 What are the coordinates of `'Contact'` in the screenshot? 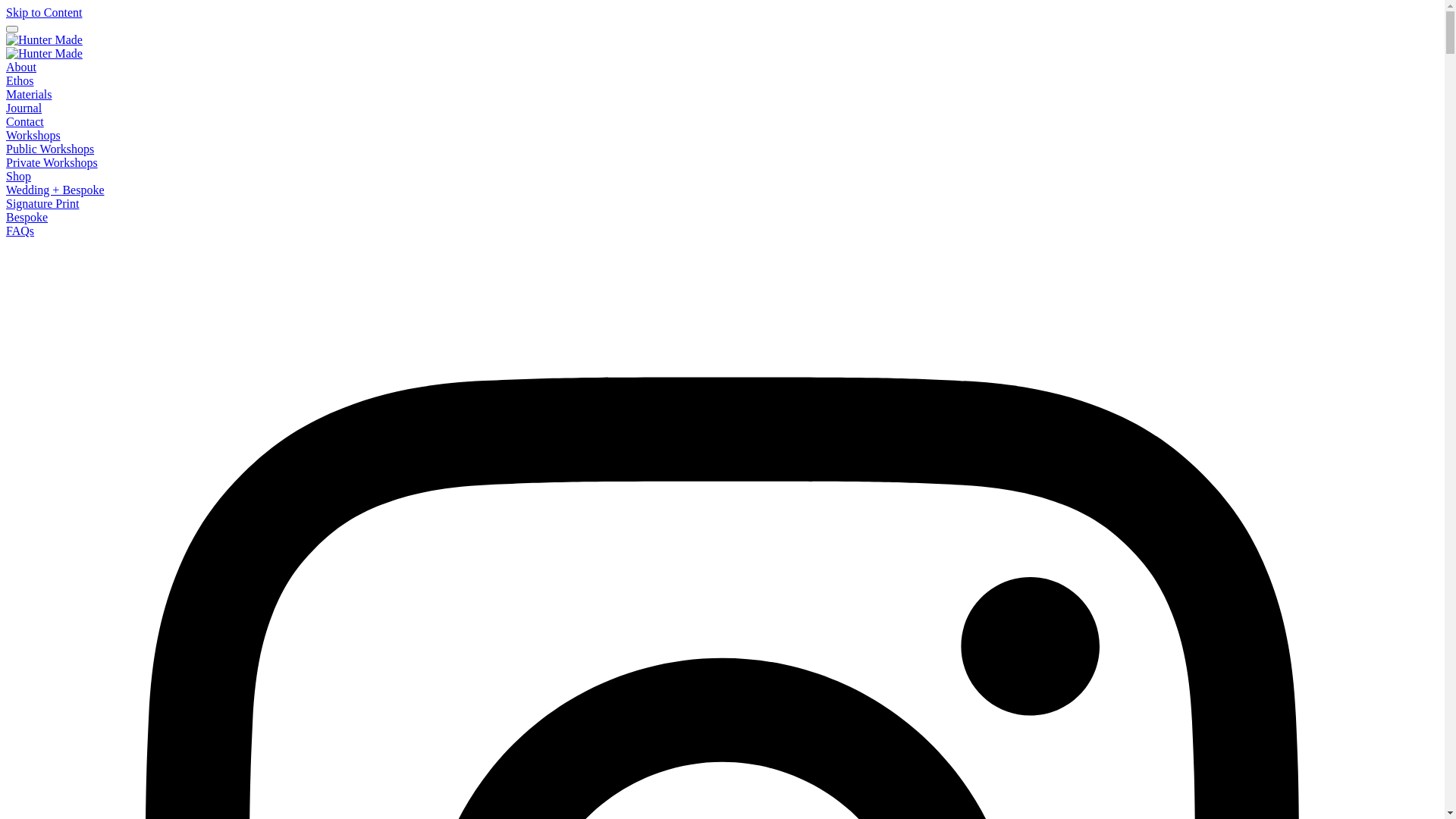 It's located at (25, 121).